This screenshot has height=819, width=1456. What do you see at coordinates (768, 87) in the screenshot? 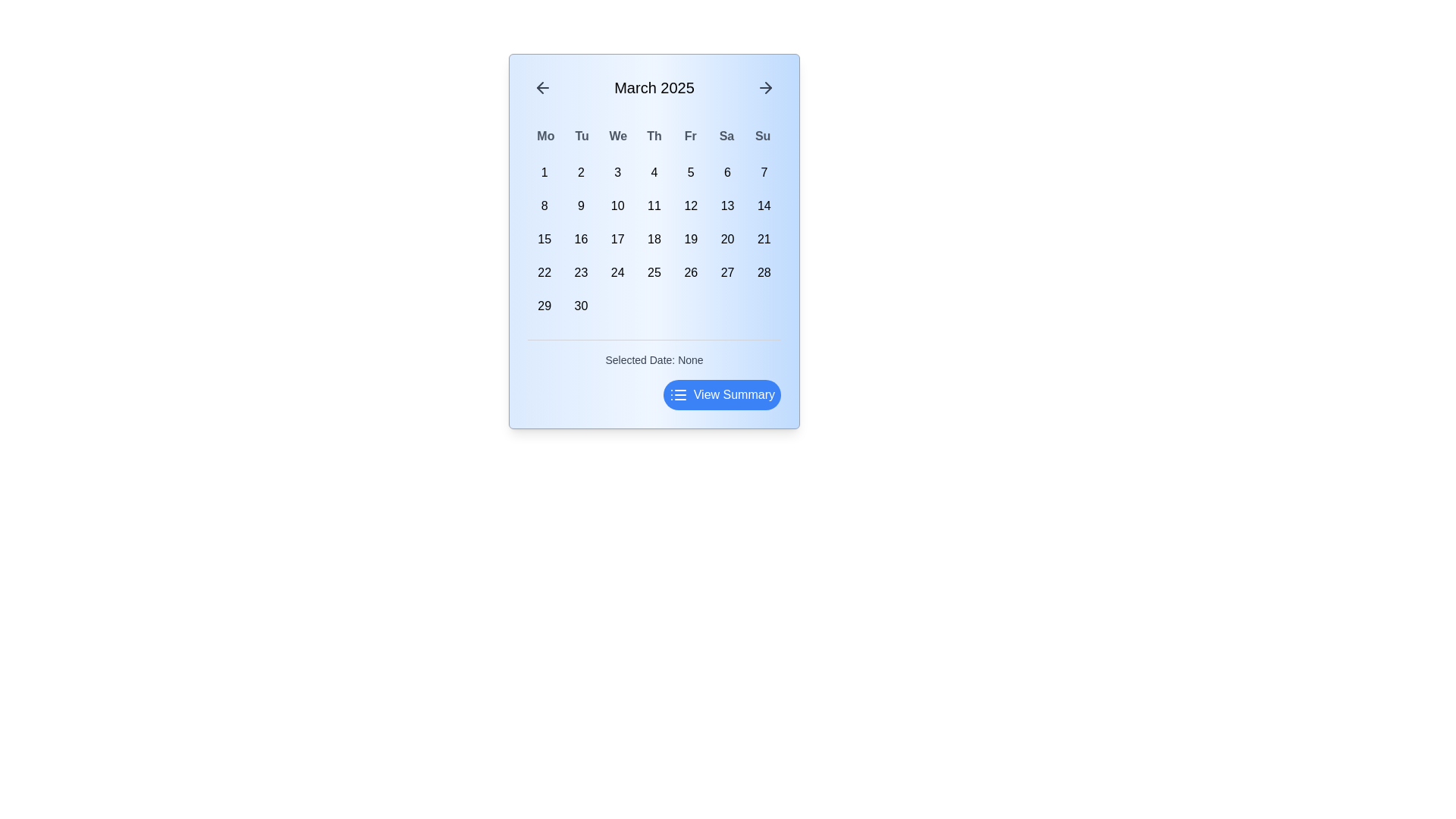
I see `the right-pointing arrow icon in the calendar navigation UI` at bounding box center [768, 87].